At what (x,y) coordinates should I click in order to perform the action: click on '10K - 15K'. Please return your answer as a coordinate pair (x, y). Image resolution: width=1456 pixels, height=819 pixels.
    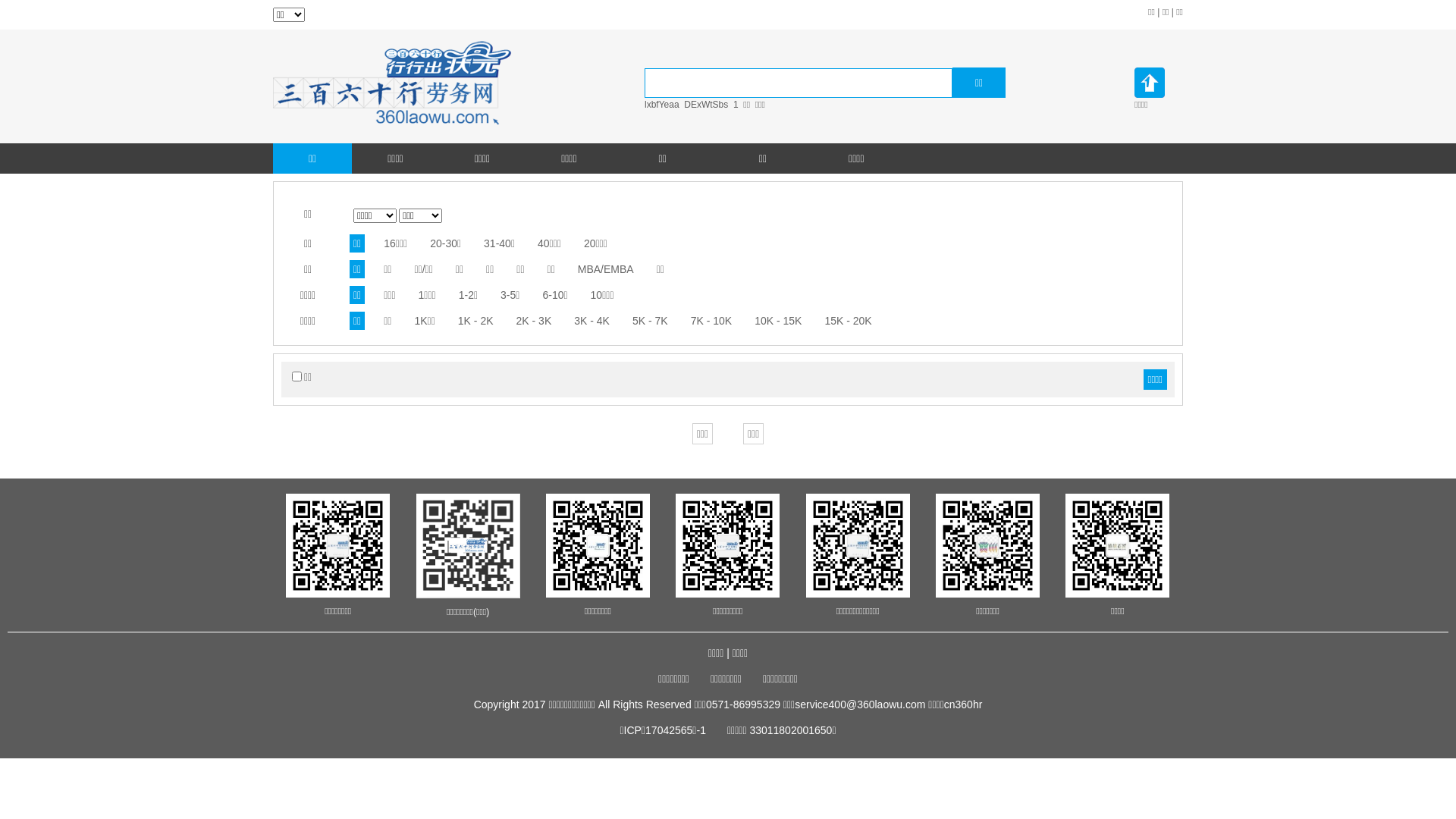
    Looking at the image, I should click on (778, 320).